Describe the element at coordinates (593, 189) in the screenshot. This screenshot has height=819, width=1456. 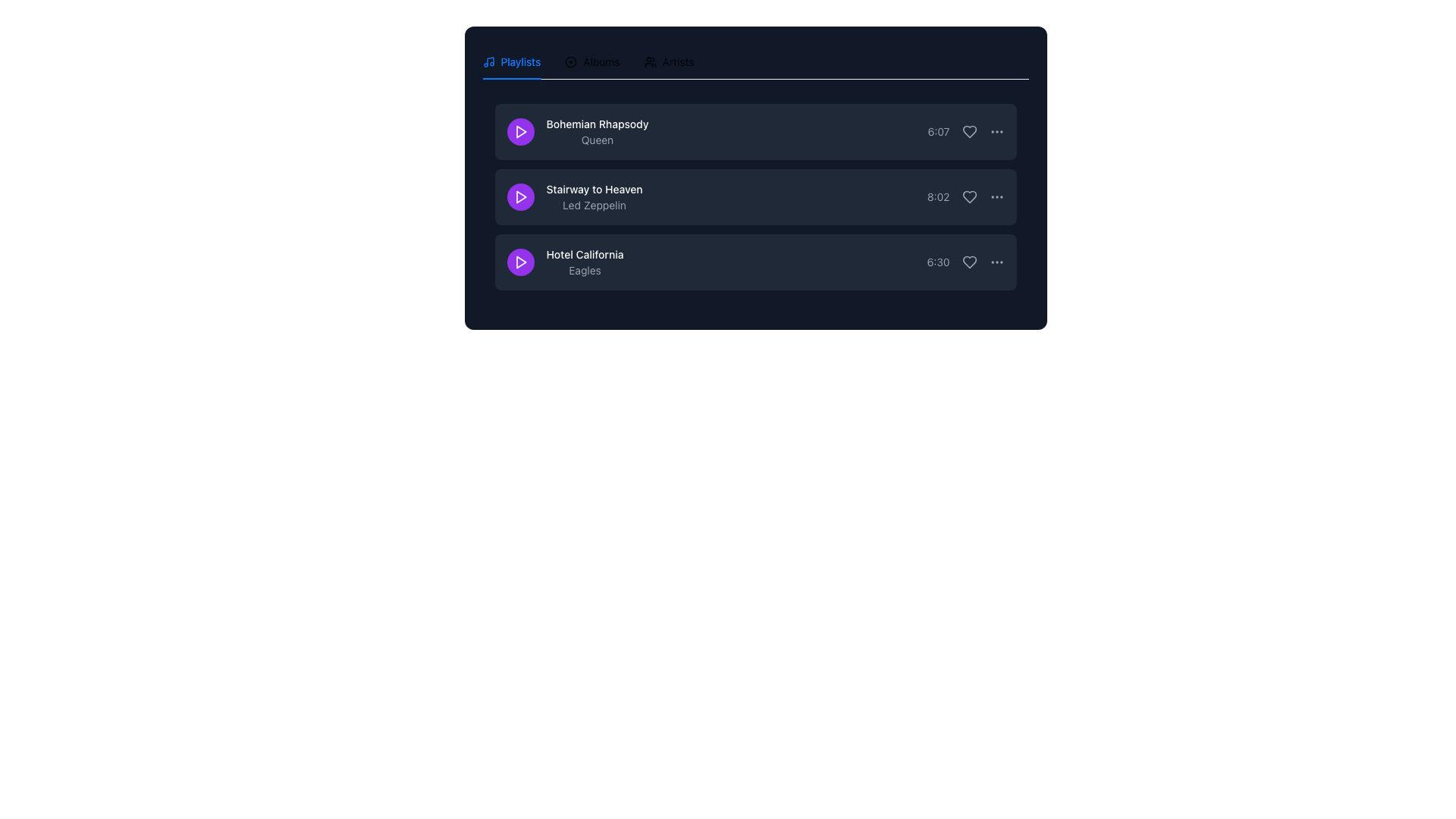
I see `text label displaying 'Stairway to Heaven', which is styled in white on a dark background and is located in the second row of the playlist interface, above 'Led Zeppelin'` at that location.